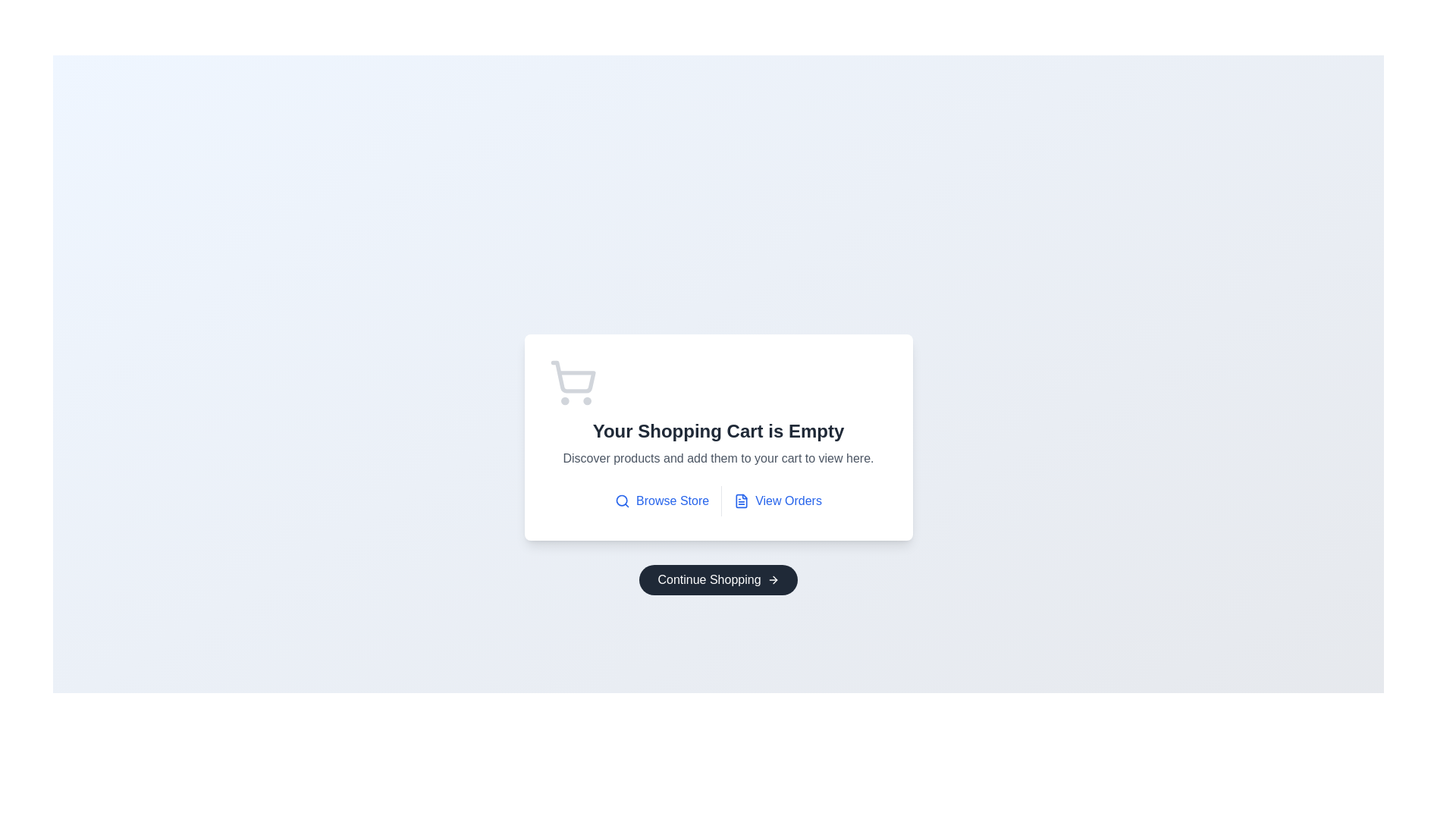 This screenshot has width=1456, height=819. What do you see at coordinates (717, 431) in the screenshot?
I see `the informational message text that notifies the user their shopping cart is empty, which is centrally positioned in the card below the shopping cart icon` at bounding box center [717, 431].